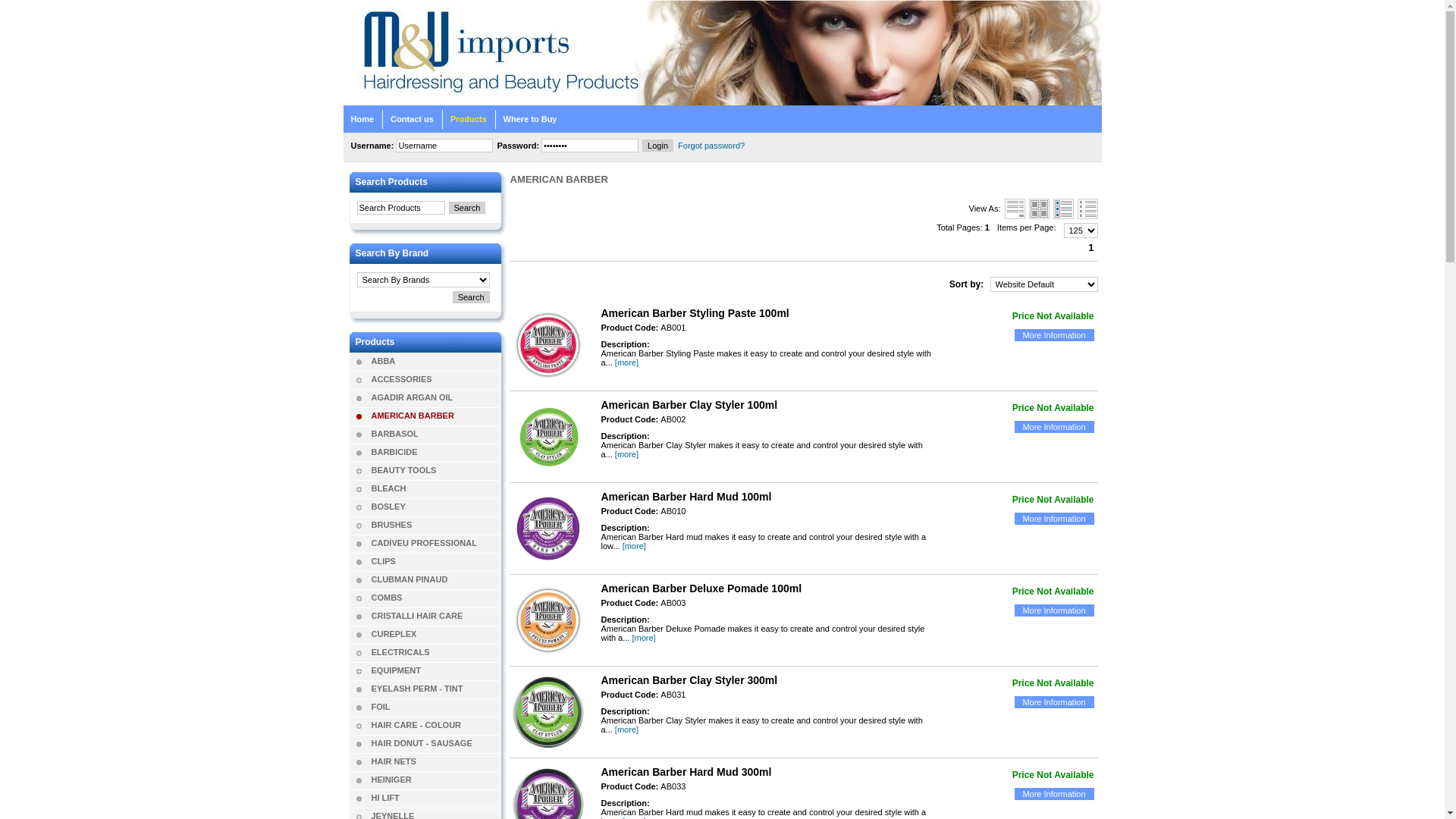 The image size is (1456, 819). I want to click on 'Contact us', so click(382, 118).